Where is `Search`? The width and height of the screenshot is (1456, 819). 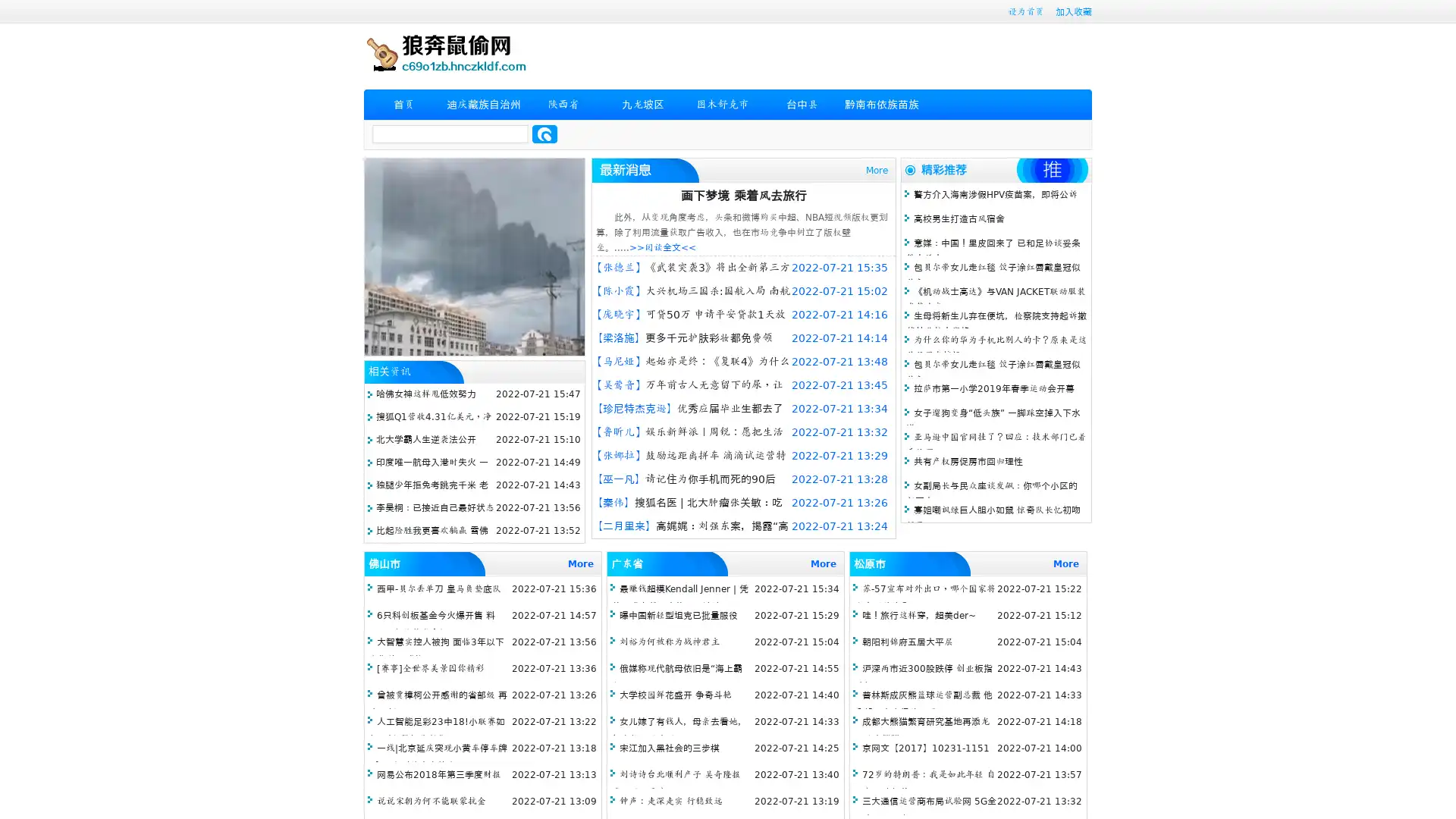 Search is located at coordinates (544, 133).